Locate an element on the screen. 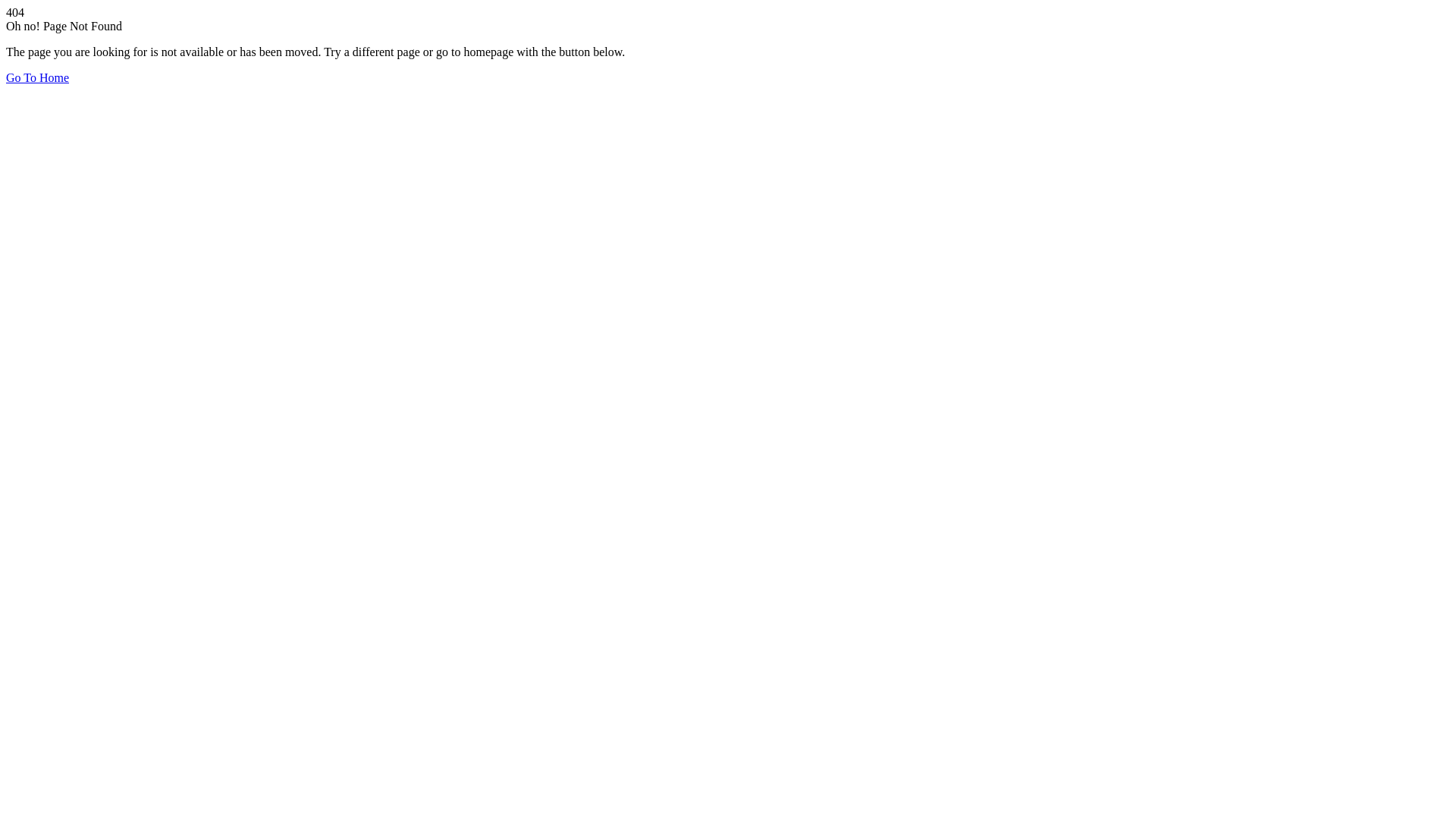 The height and width of the screenshot is (819, 1456). 'Go To Home' is located at coordinates (37, 77).